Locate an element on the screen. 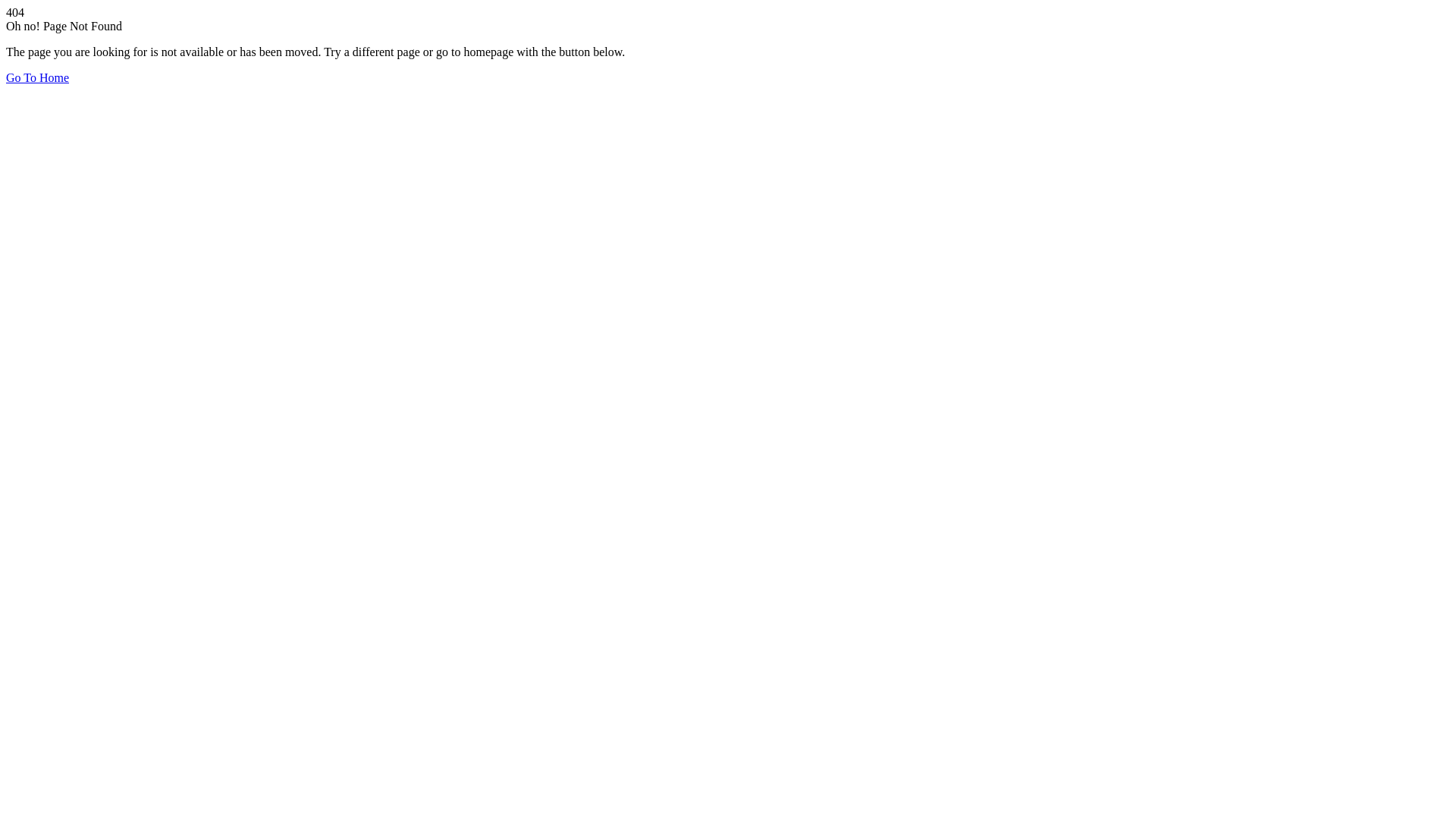 The height and width of the screenshot is (819, 1456). 'Go To Home' is located at coordinates (37, 77).